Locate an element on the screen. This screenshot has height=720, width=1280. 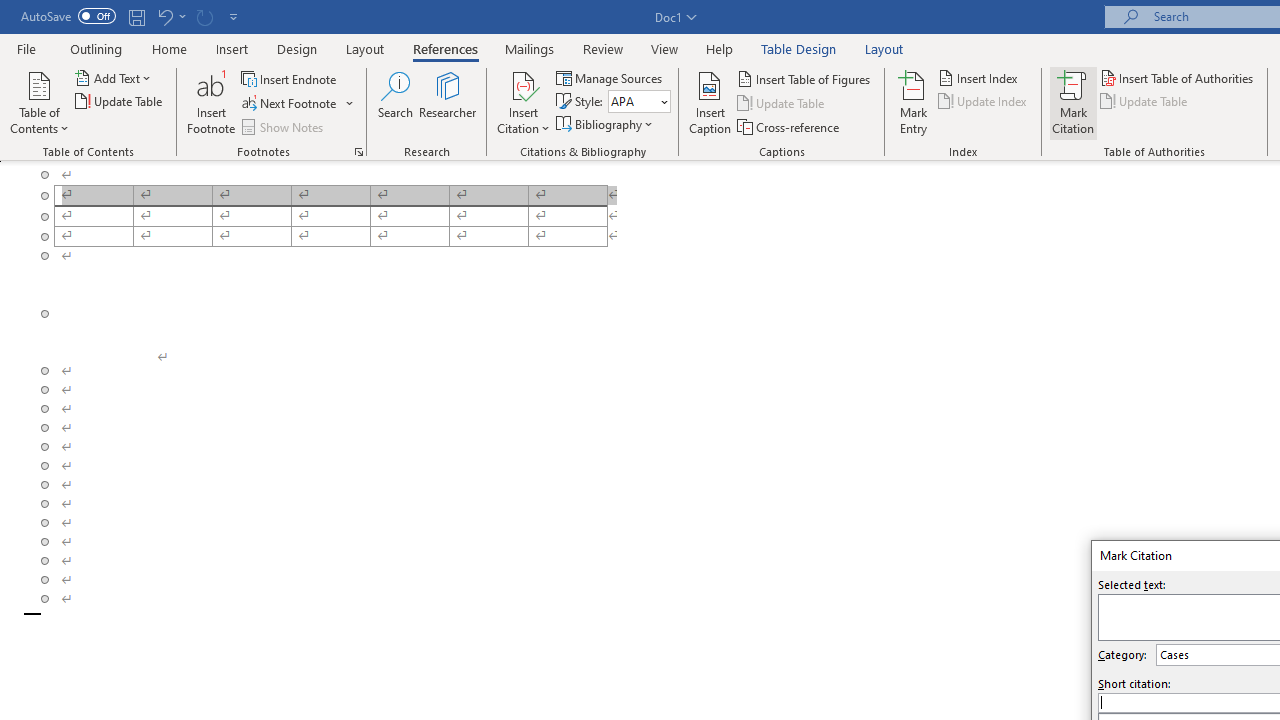
'Mark Citation...' is located at coordinates (1072, 103).